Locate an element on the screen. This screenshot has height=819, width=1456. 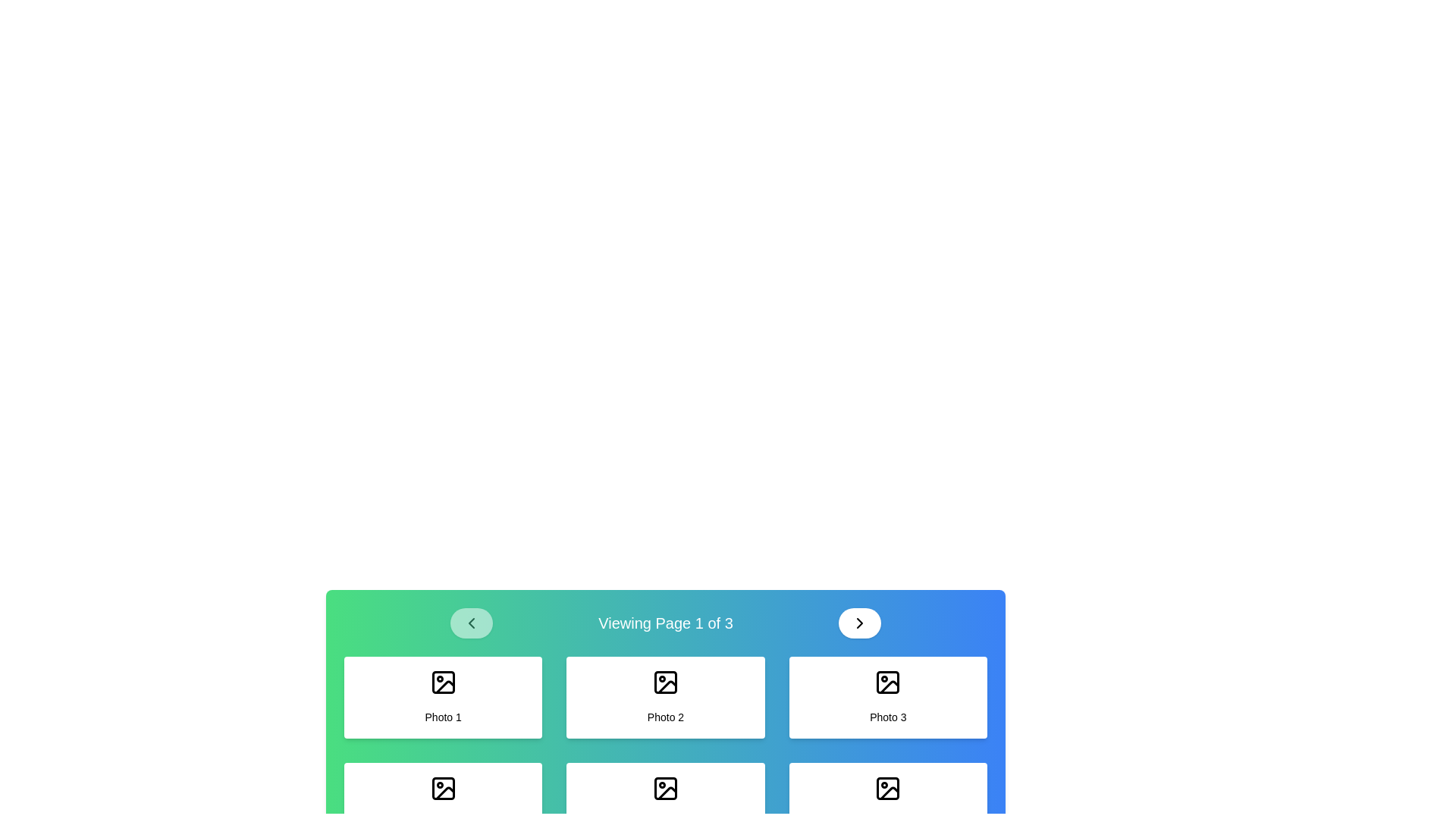
the Text Label located within the 'Photo 3' card, which provides information about the associated image above it is located at coordinates (888, 717).